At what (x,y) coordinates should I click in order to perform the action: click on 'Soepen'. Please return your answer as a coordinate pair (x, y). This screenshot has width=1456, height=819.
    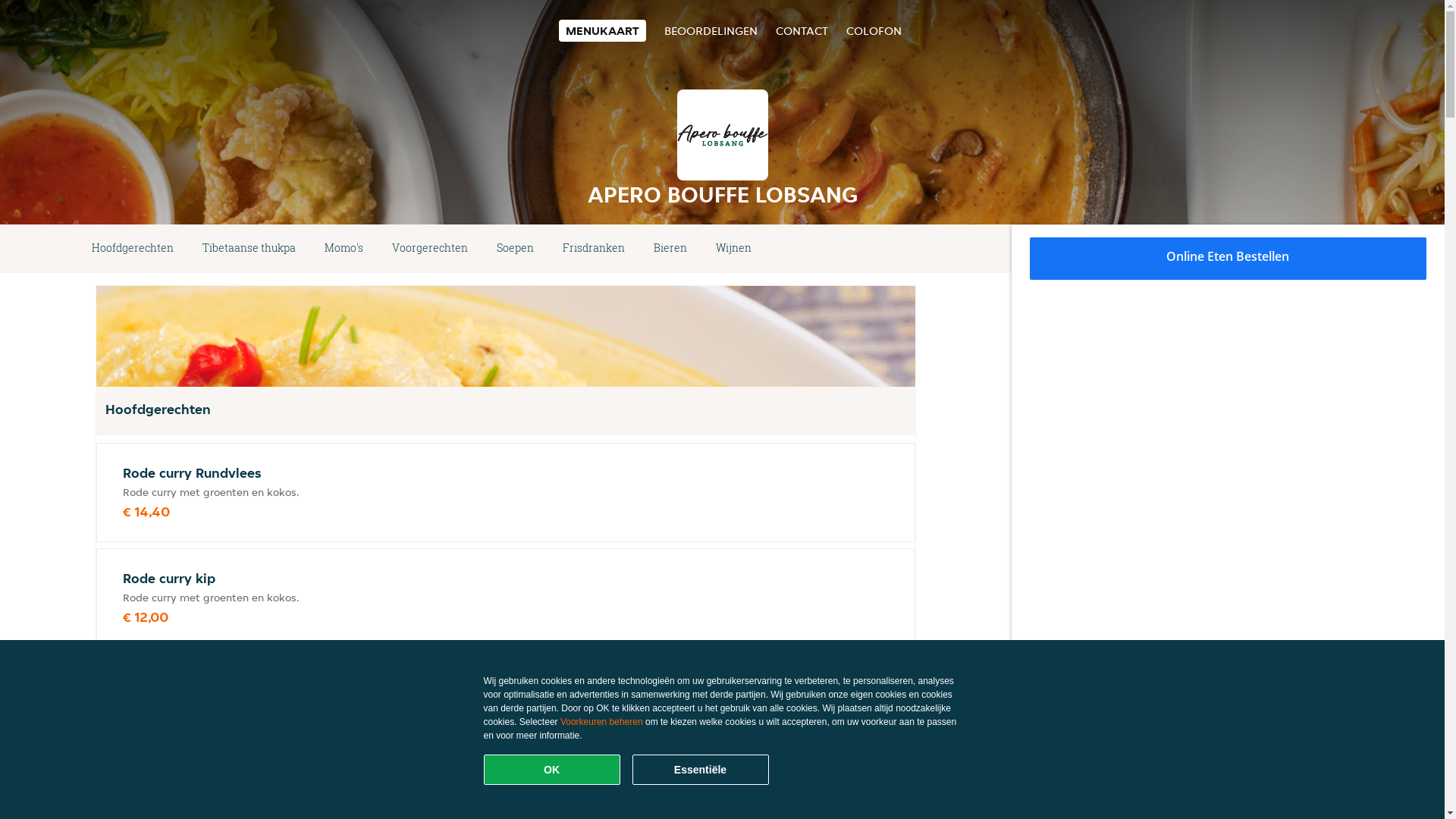
    Looking at the image, I should click on (515, 247).